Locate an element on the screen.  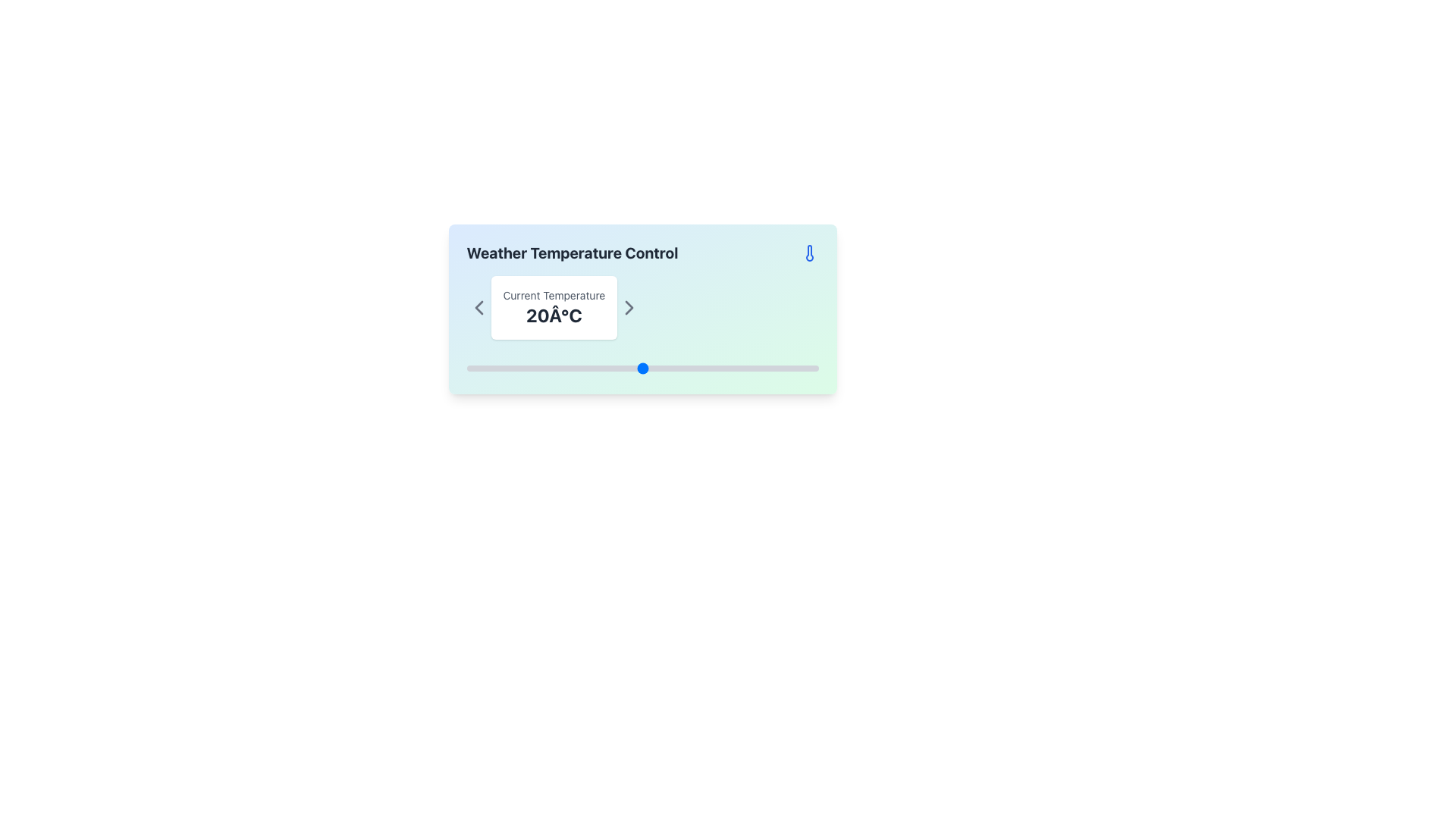
temperature is located at coordinates (598, 369).